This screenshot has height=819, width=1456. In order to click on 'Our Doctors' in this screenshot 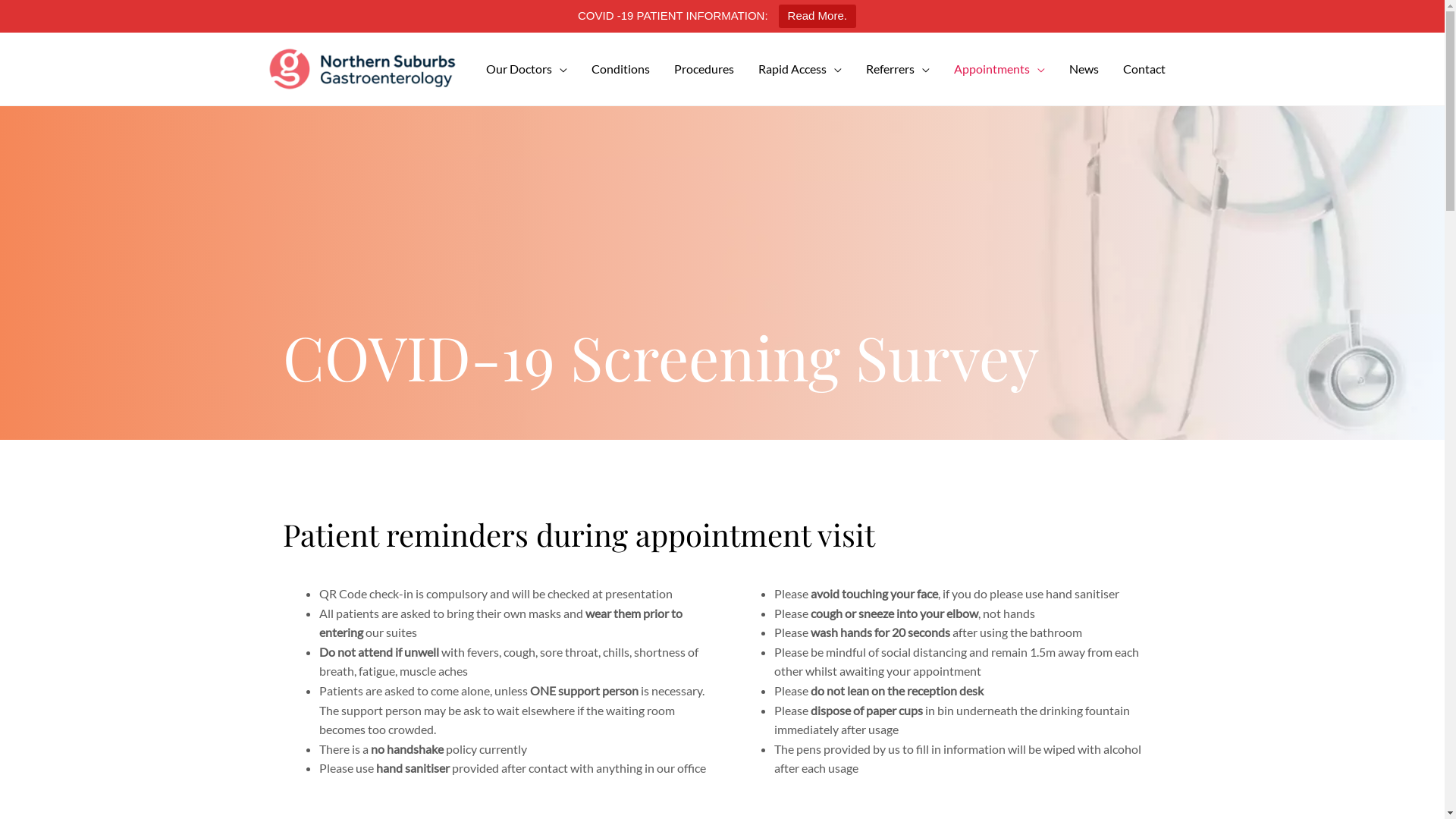, I will do `click(526, 69)`.